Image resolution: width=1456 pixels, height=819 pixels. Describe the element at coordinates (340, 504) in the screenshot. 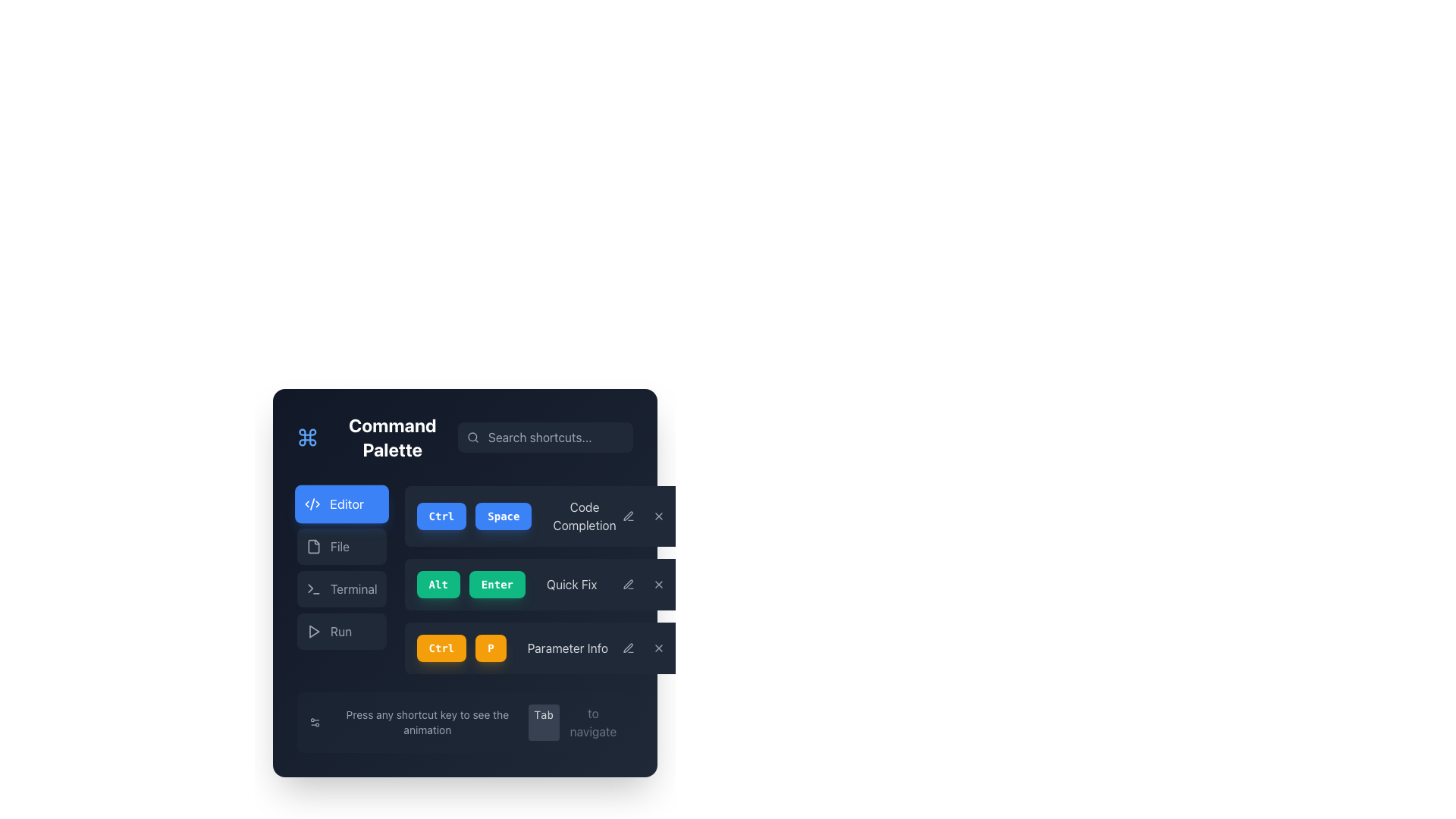

I see `the blue rectangular button labeled 'Editor' with a code brackets icon, located at the top of the vertical menu in the command palette` at that location.